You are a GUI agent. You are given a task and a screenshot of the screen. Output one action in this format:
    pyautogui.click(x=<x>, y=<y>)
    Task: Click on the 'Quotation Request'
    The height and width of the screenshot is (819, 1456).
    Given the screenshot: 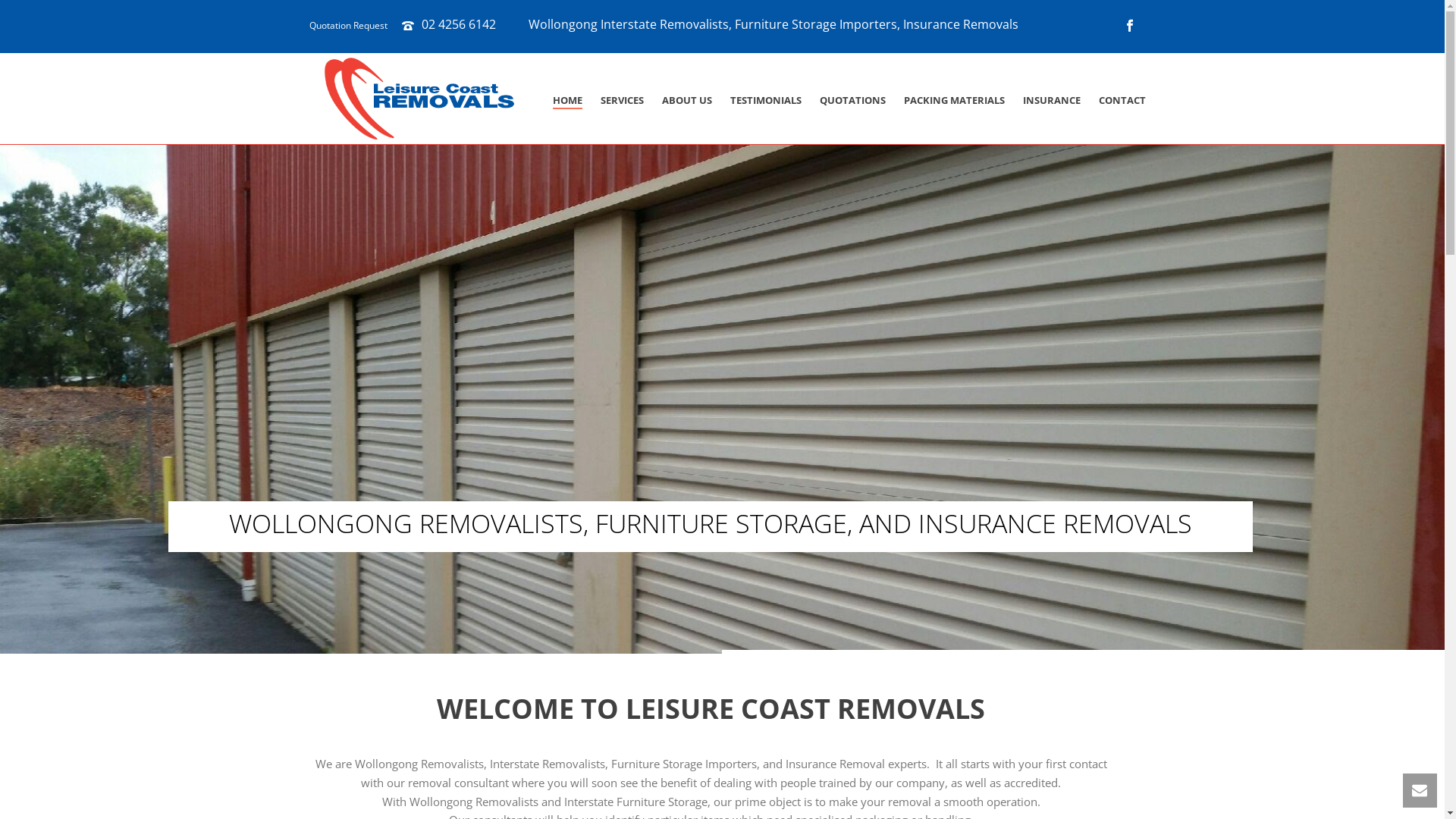 What is the action you would take?
    pyautogui.click(x=304, y=26)
    